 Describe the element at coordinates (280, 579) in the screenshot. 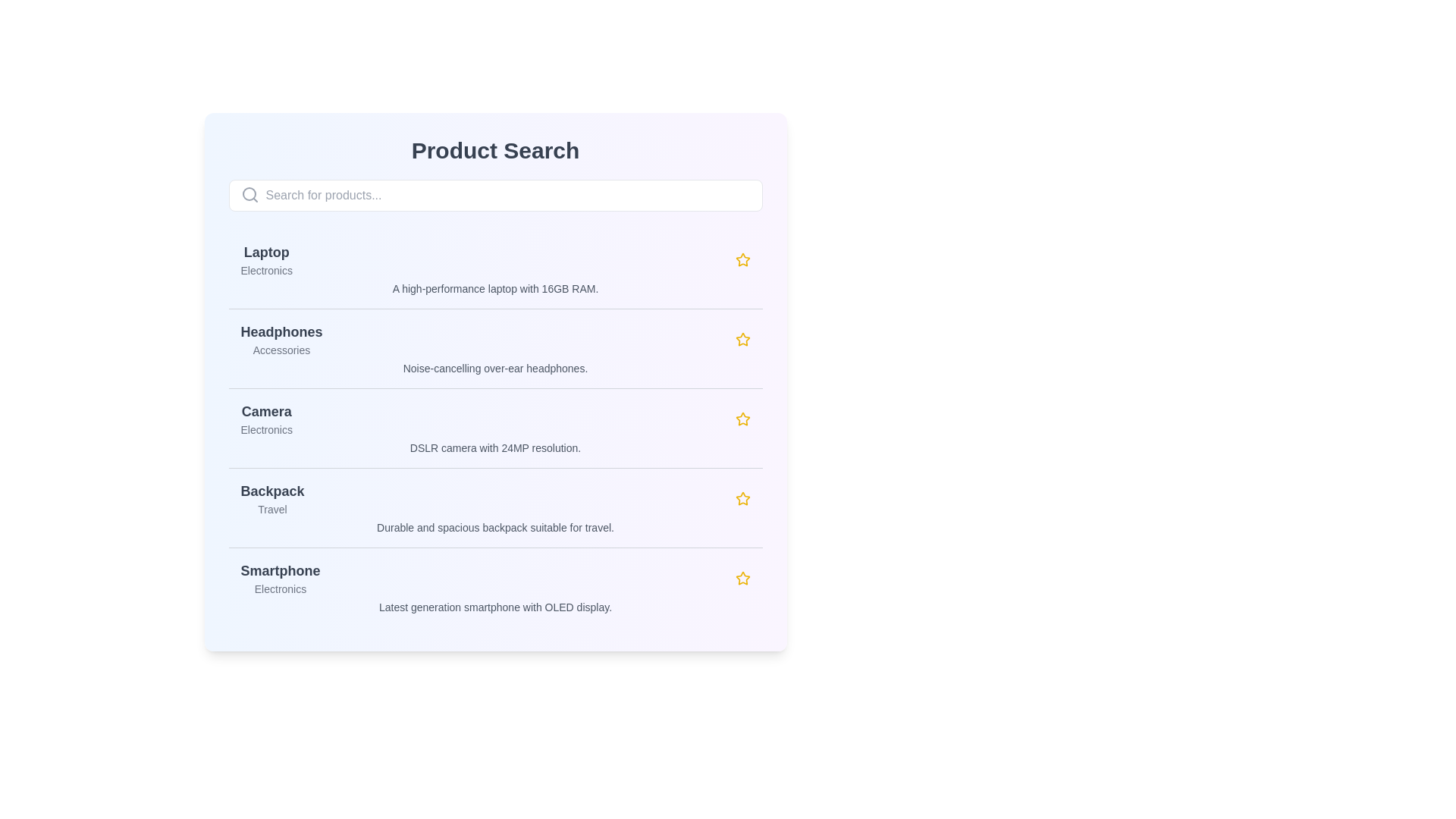

I see `the text 'Smartphone' and 'Electronics' for copying from the vertically displayed text element located in the fifth row of the list, below the 'Backpack' item` at that location.